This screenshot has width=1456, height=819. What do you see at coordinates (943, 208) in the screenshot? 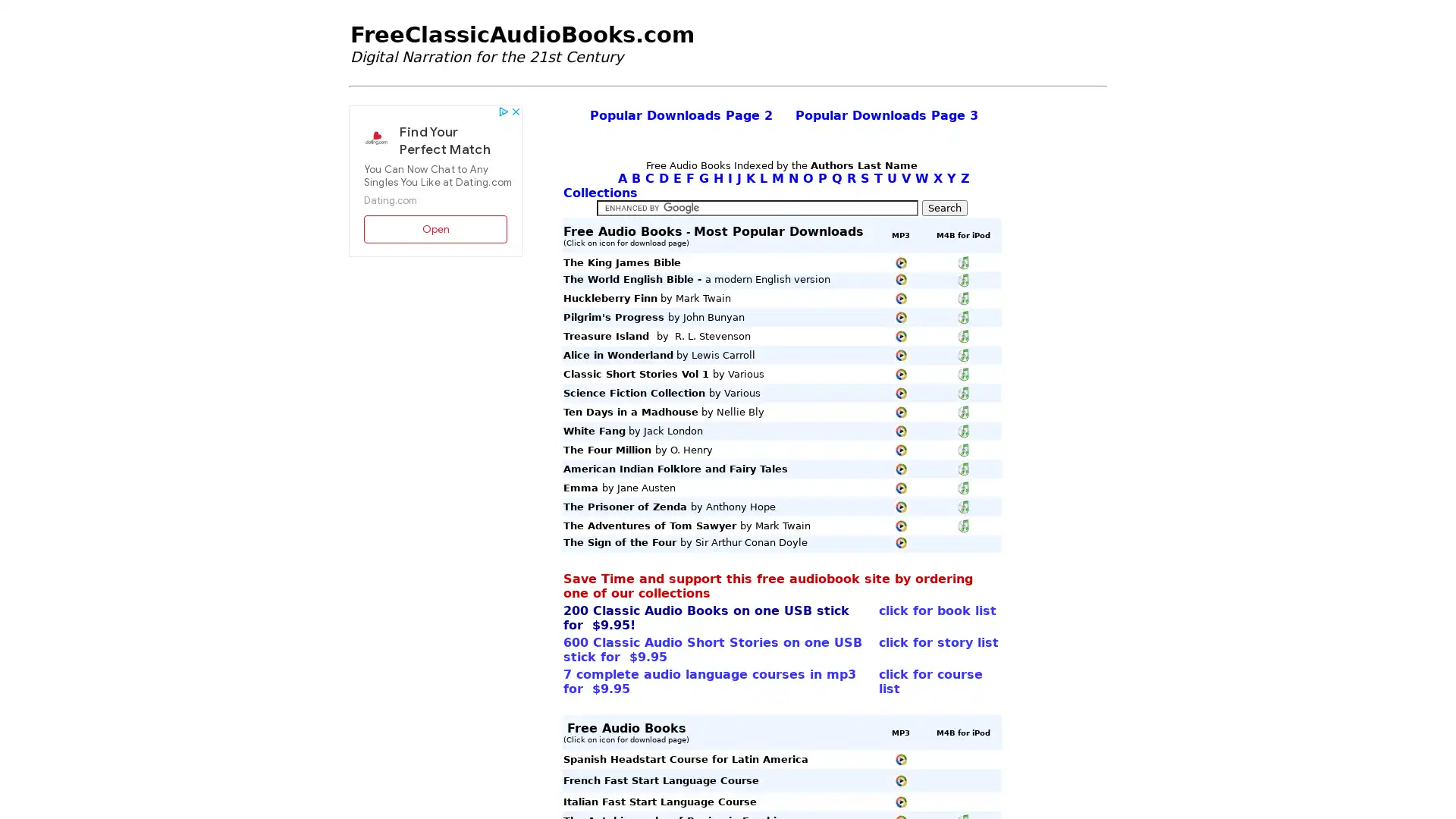
I see `Search` at bounding box center [943, 208].